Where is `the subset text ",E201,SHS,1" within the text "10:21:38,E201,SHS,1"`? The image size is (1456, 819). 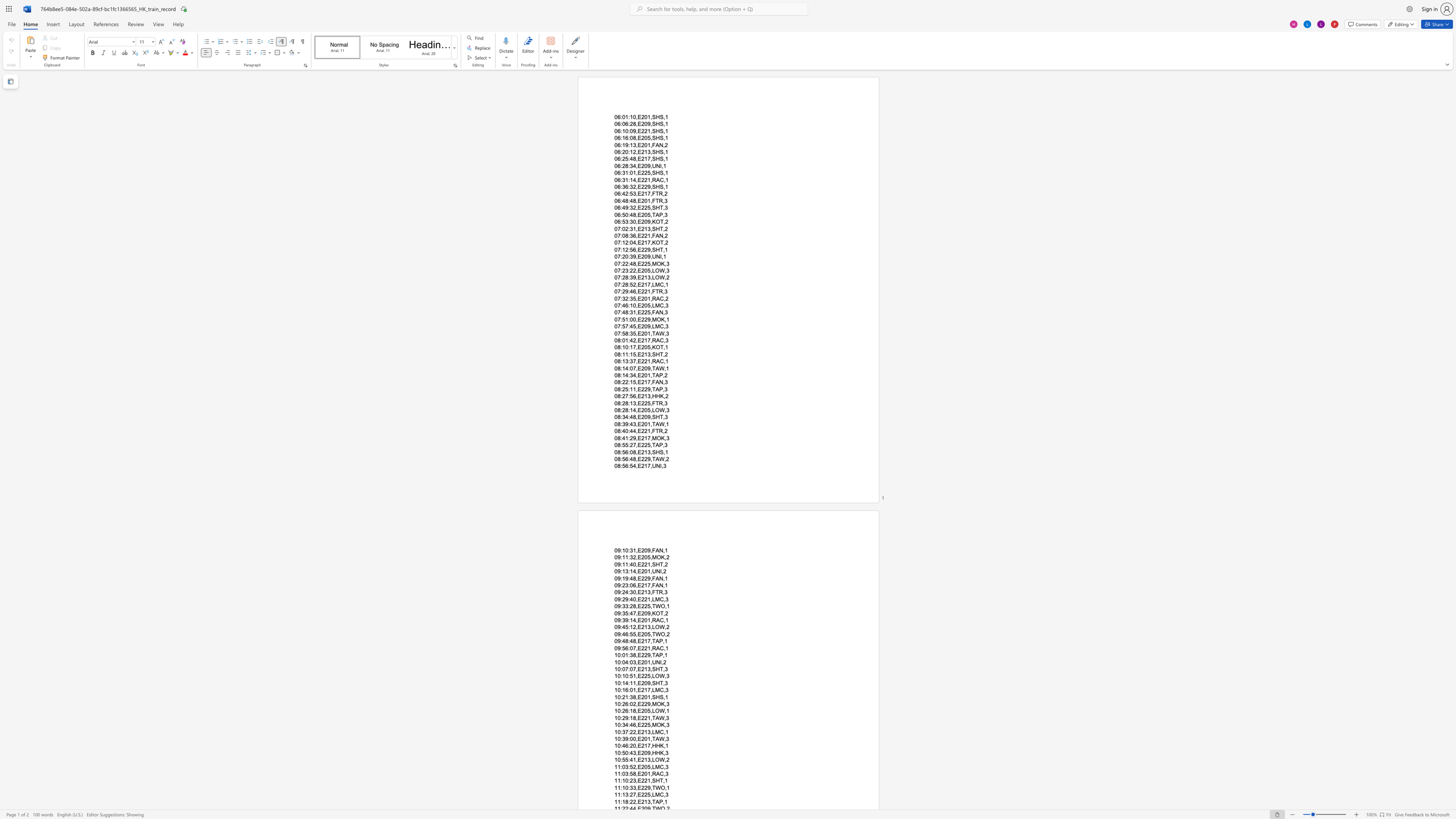 the subset text ",E201,SHS,1" within the text "10:21:38,E201,SHS,1" is located at coordinates (635, 696).